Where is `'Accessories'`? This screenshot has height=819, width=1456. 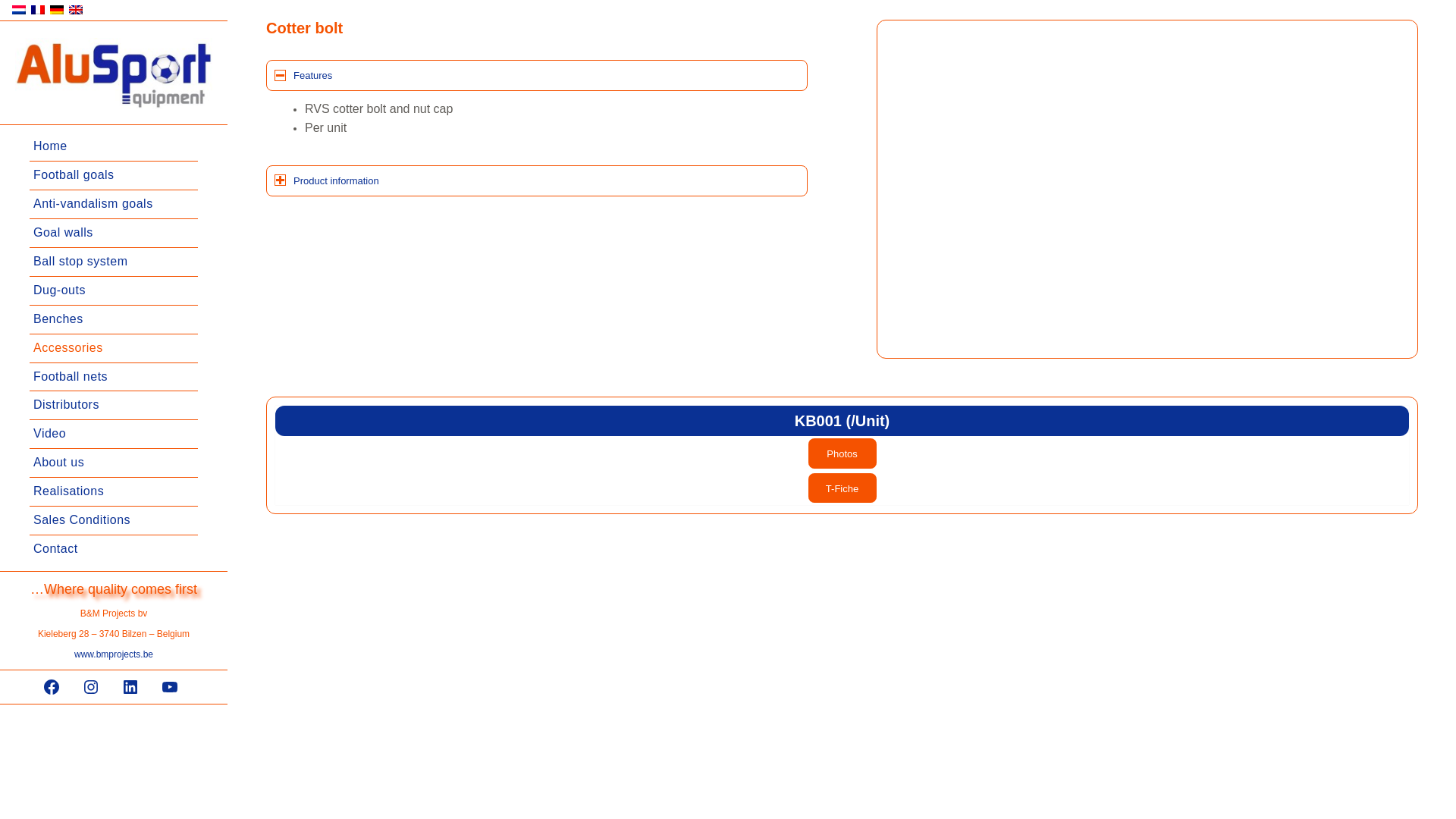
'Accessories' is located at coordinates (112, 348).